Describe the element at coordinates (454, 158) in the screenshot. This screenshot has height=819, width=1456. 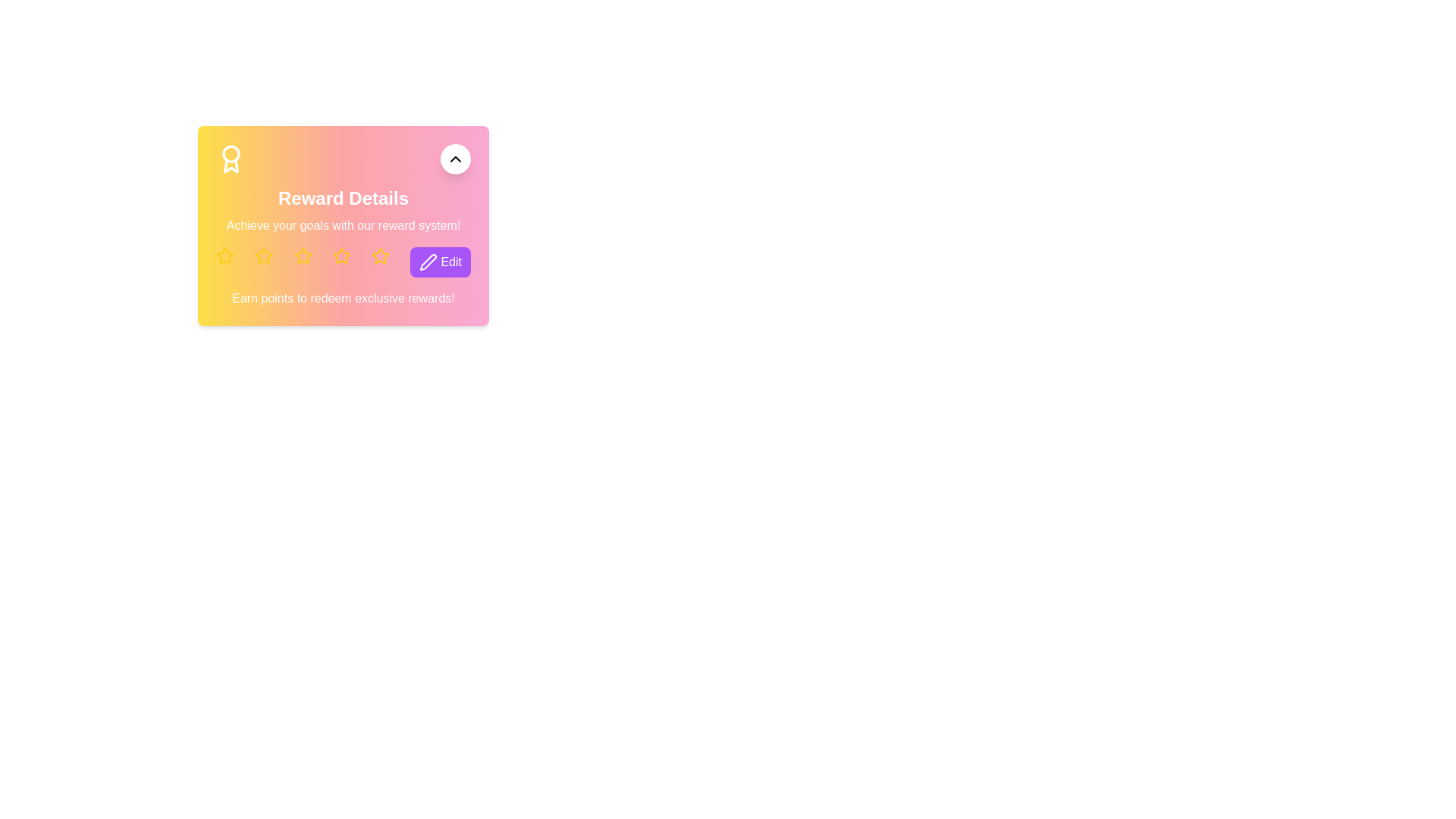
I see `the chevron icon located in the top-right corner of the pink gradient 'Reward Details' card` at that location.